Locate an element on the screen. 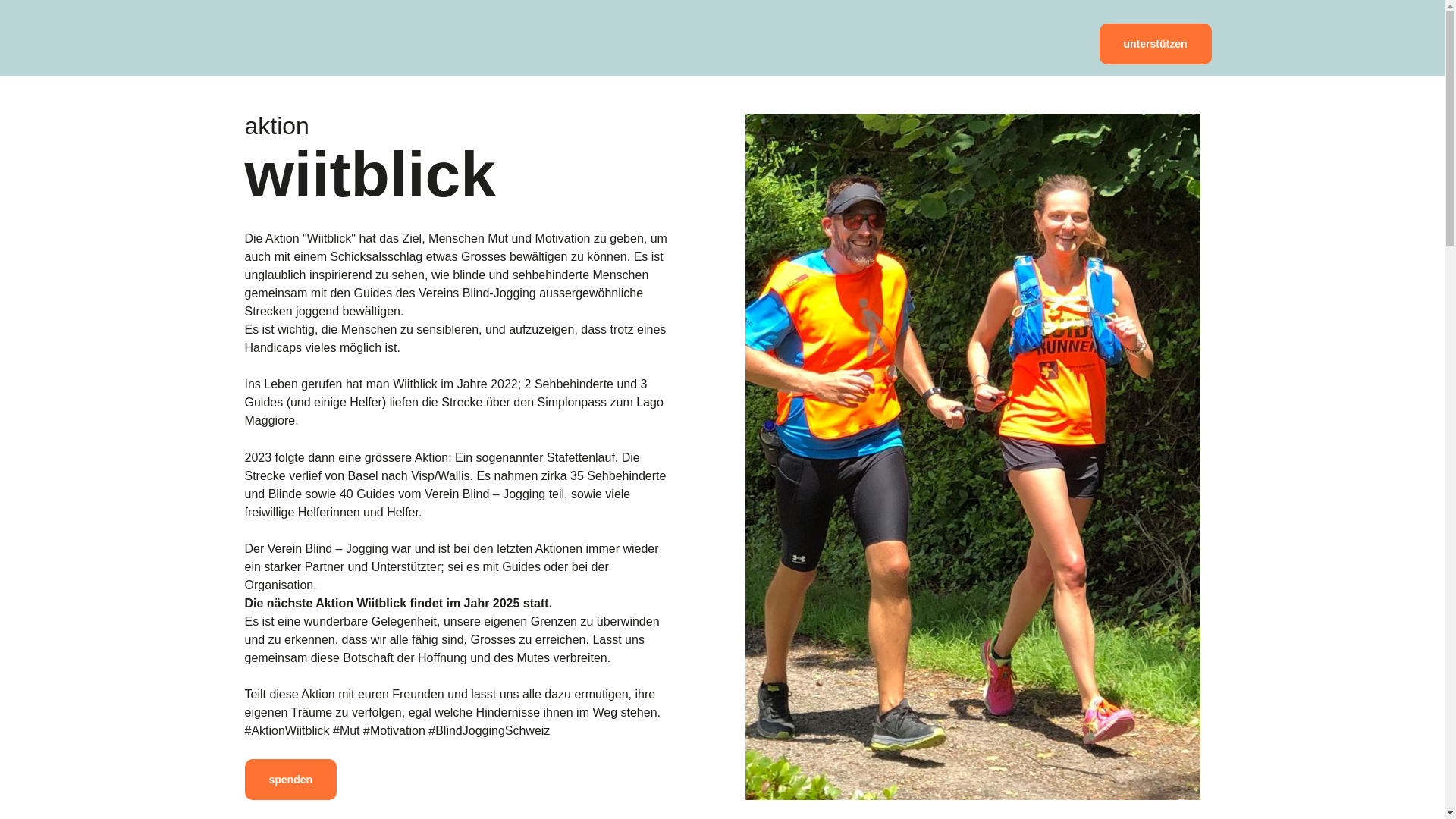 The height and width of the screenshot is (819, 1456). 'spenden' is located at coordinates (290, 780).